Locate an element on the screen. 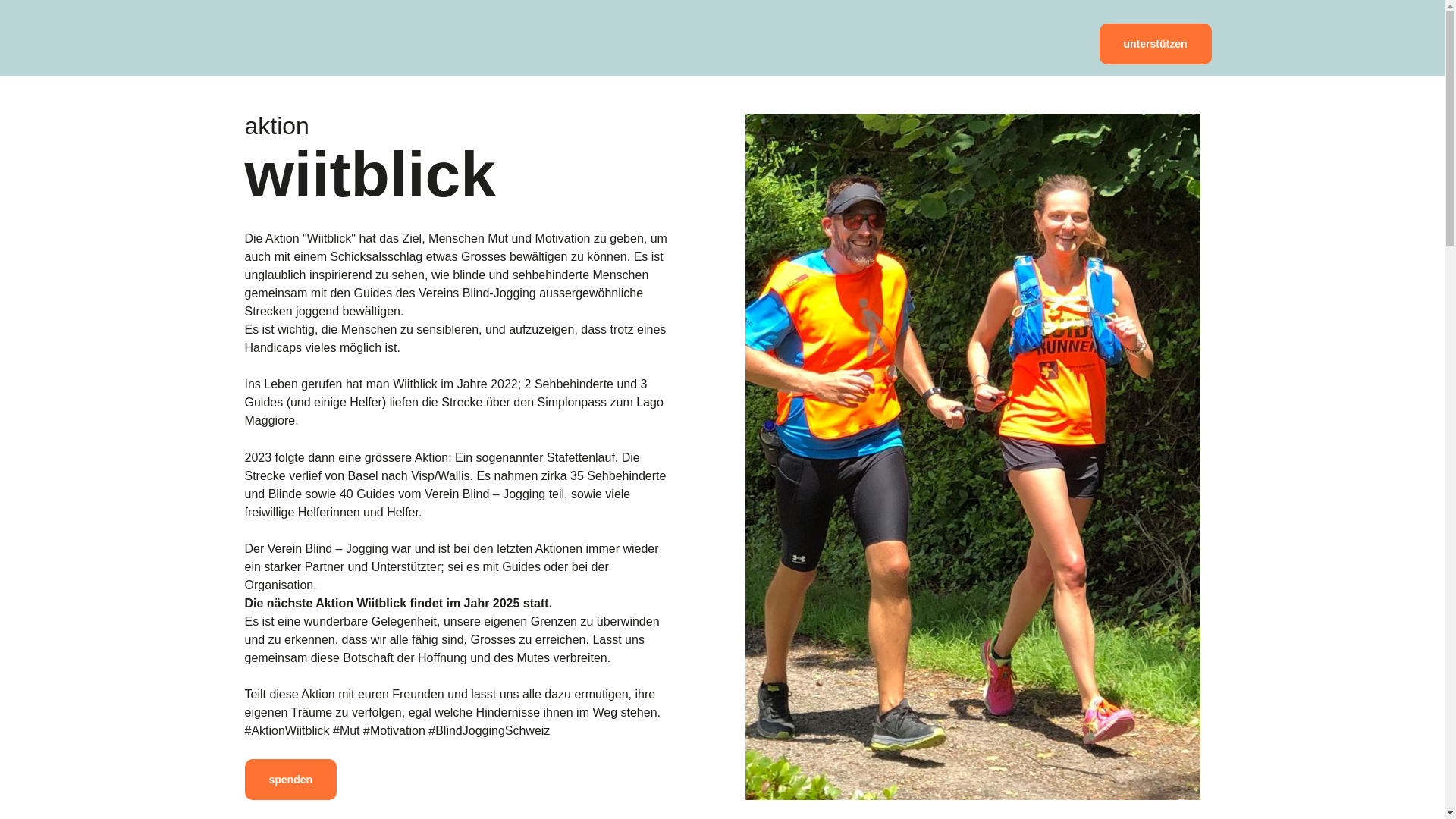 The height and width of the screenshot is (819, 1456). 'spenden' is located at coordinates (290, 780).